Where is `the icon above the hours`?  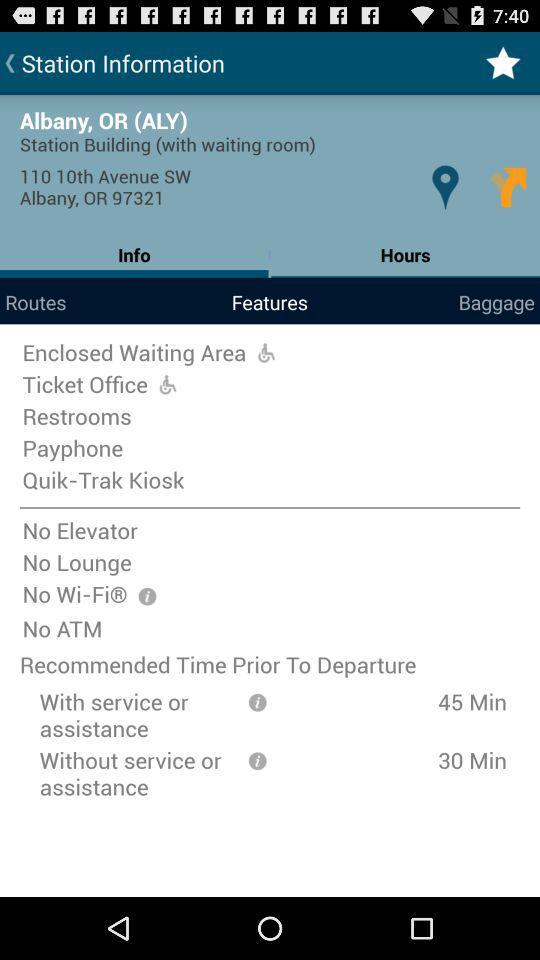 the icon above the hours is located at coordinates (508, 187).